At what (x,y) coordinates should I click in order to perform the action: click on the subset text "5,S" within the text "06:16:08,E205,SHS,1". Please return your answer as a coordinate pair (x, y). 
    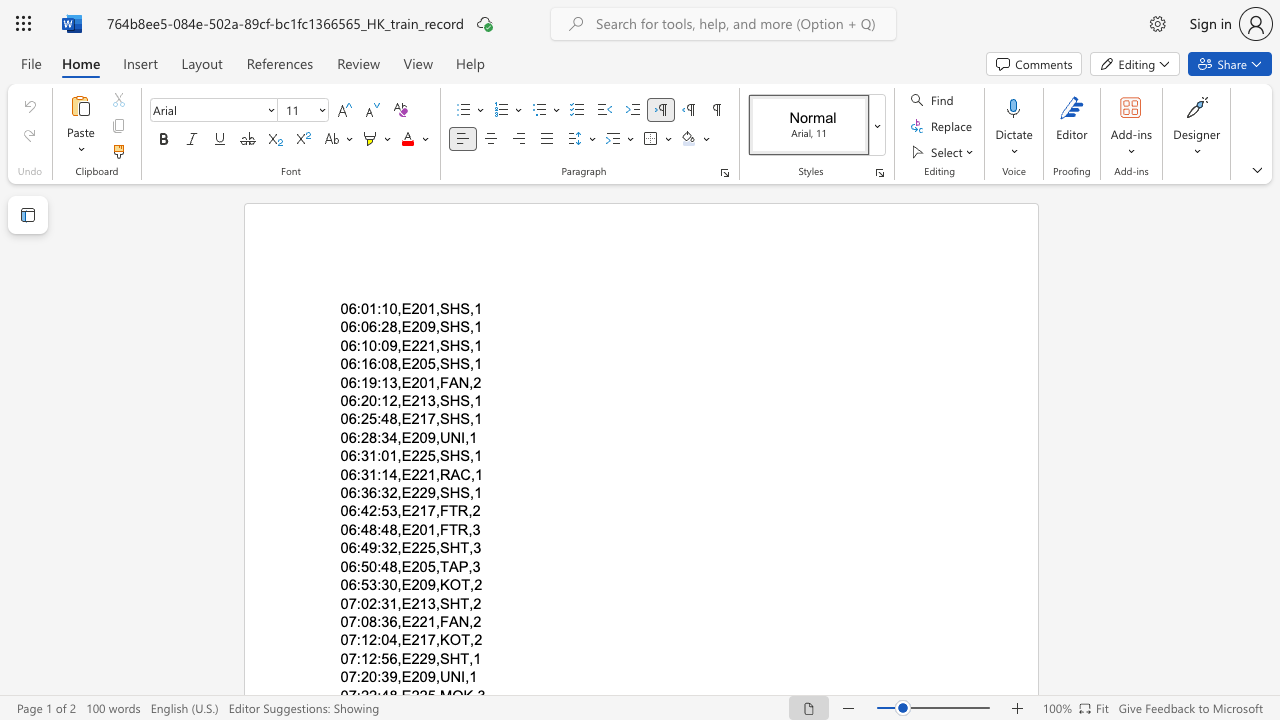
    Looking at the image, I should click on (426, 364).